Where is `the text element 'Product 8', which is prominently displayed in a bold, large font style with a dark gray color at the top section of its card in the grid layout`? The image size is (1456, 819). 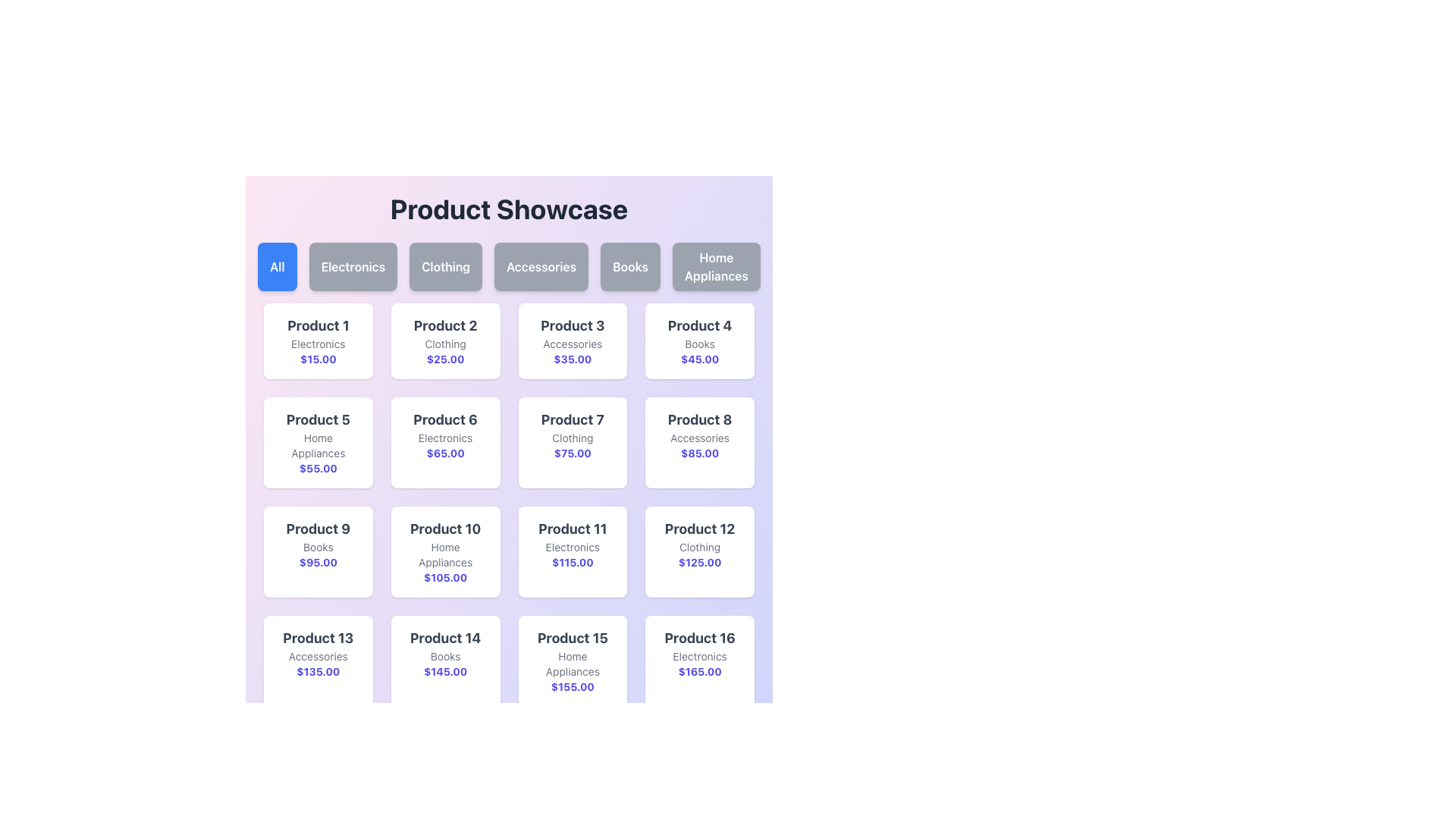
the text element 'Product 8', which is prominently displayed in a bold, large font style with a dark gray color at the top section of its card in the grid layout is located at coordinates (699, 420).